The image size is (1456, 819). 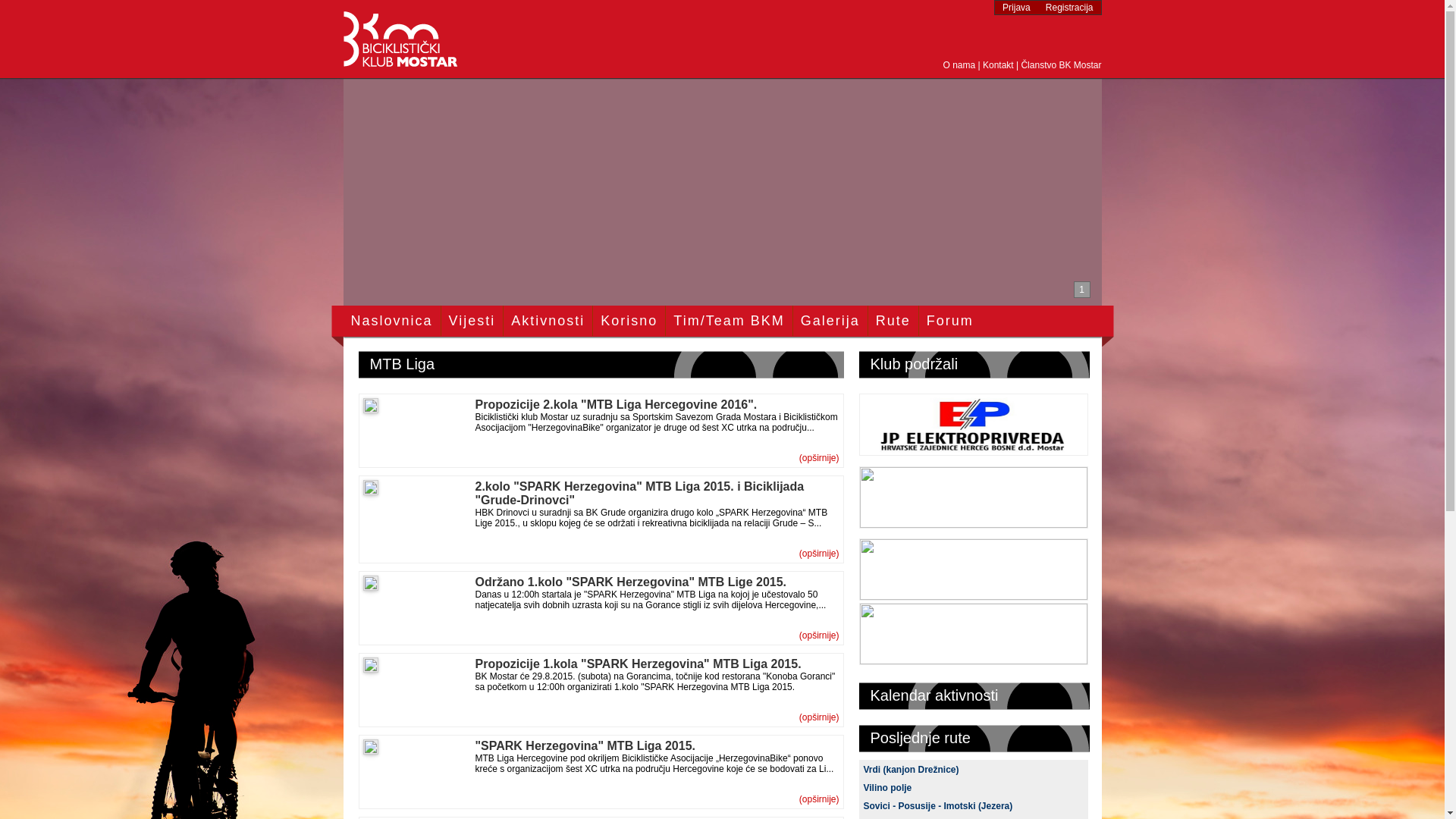 I want to click on 'Kontakt', so click(x=998, y=64).